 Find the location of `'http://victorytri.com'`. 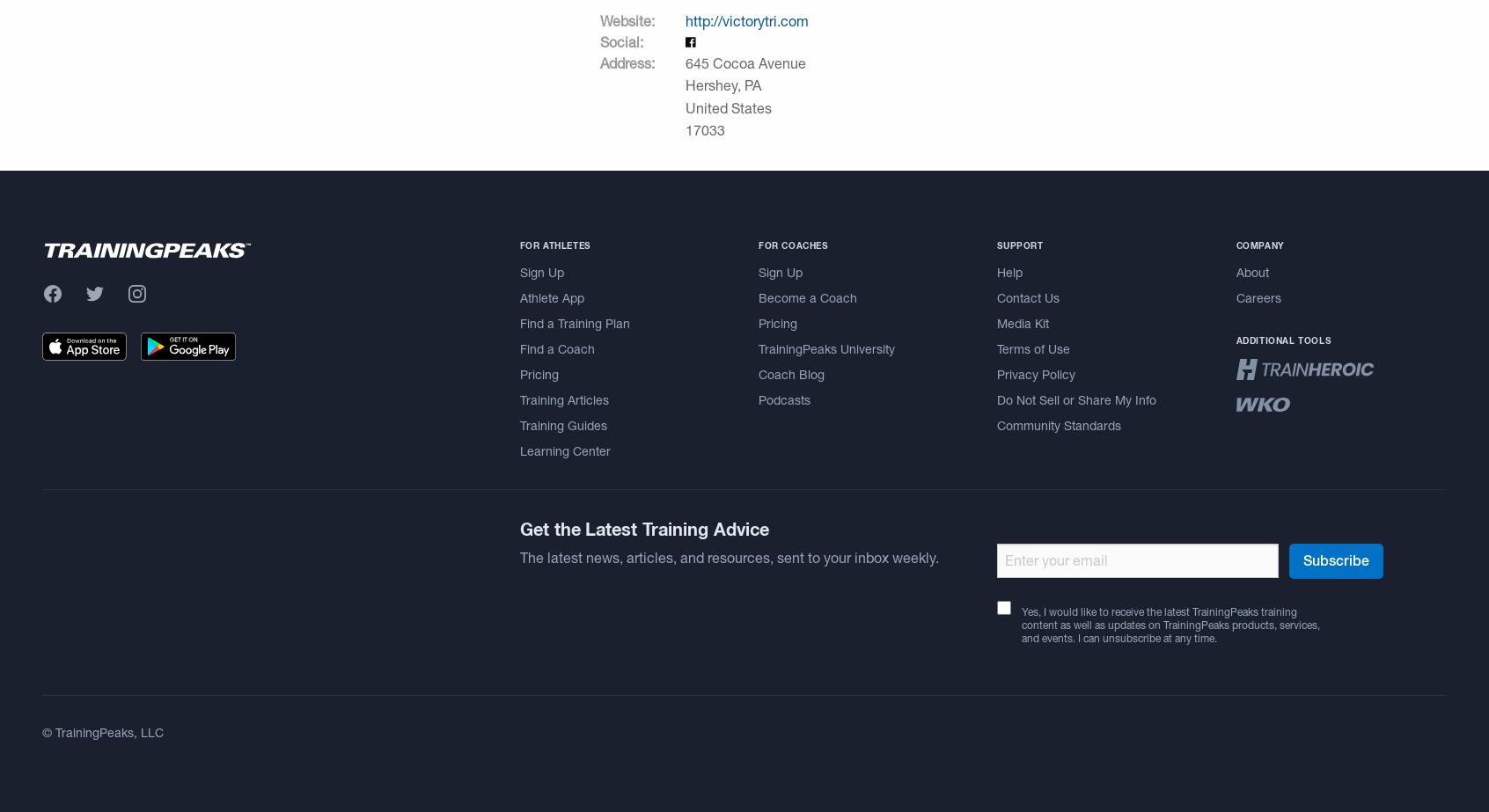

'http://victorytri.com' is located at coordinates (745, 19).